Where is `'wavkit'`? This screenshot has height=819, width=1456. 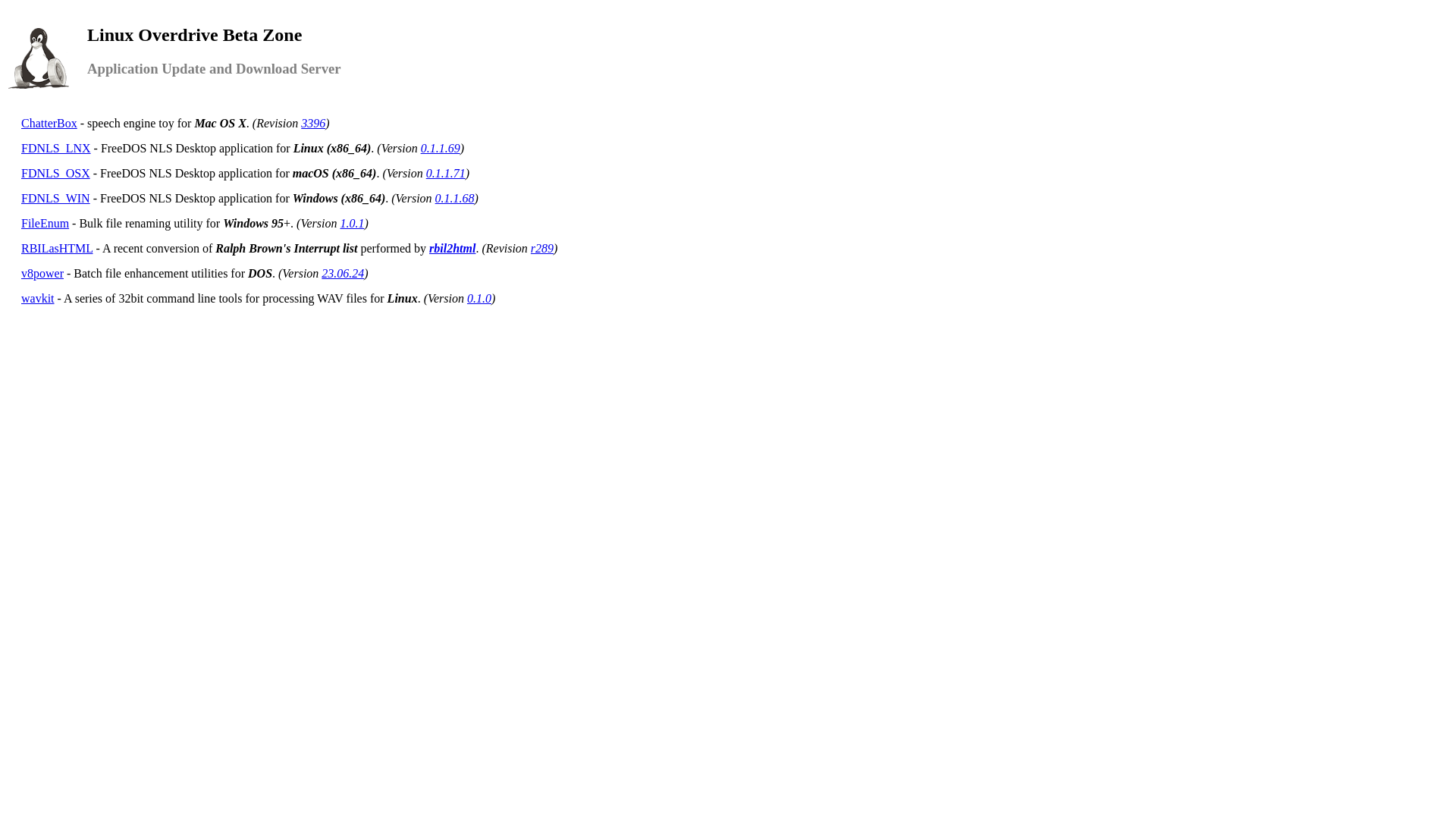 'wavkit' is located at coordinates (37, 298).